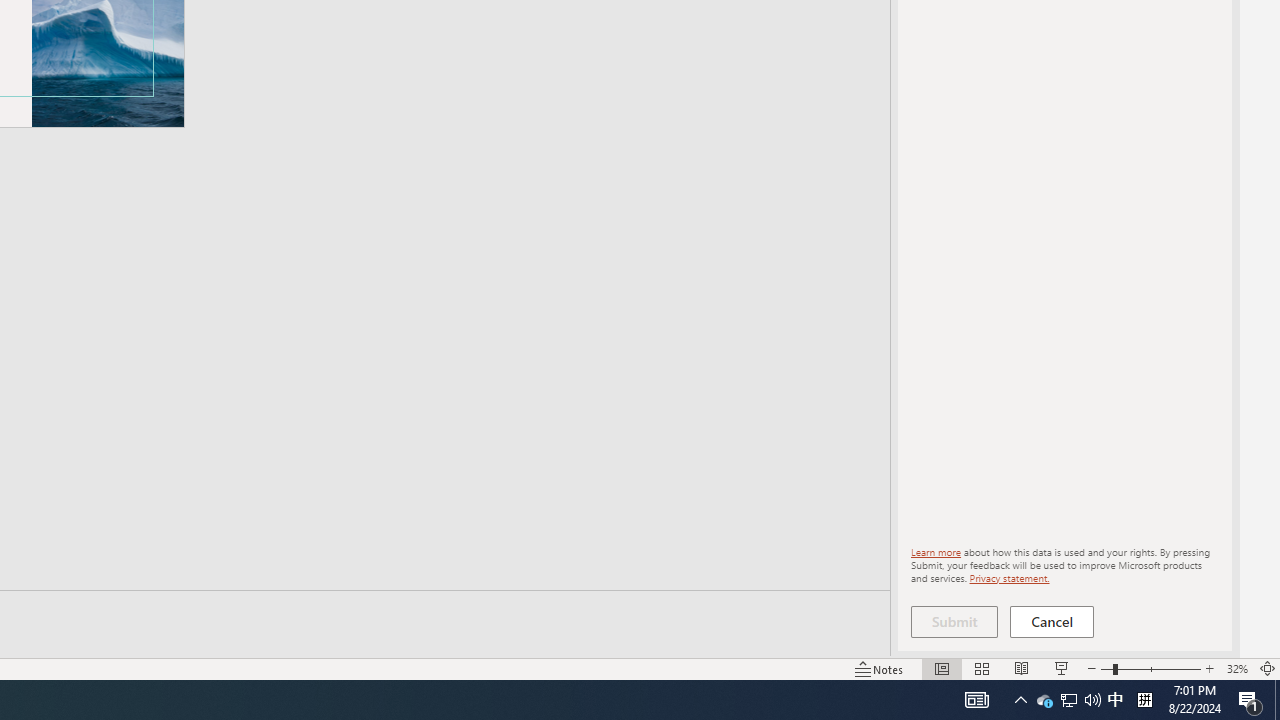 Image resolution: width=1280 pixels, height=720 pixels. I want to click on 'Cancel', so click(1051, 621).